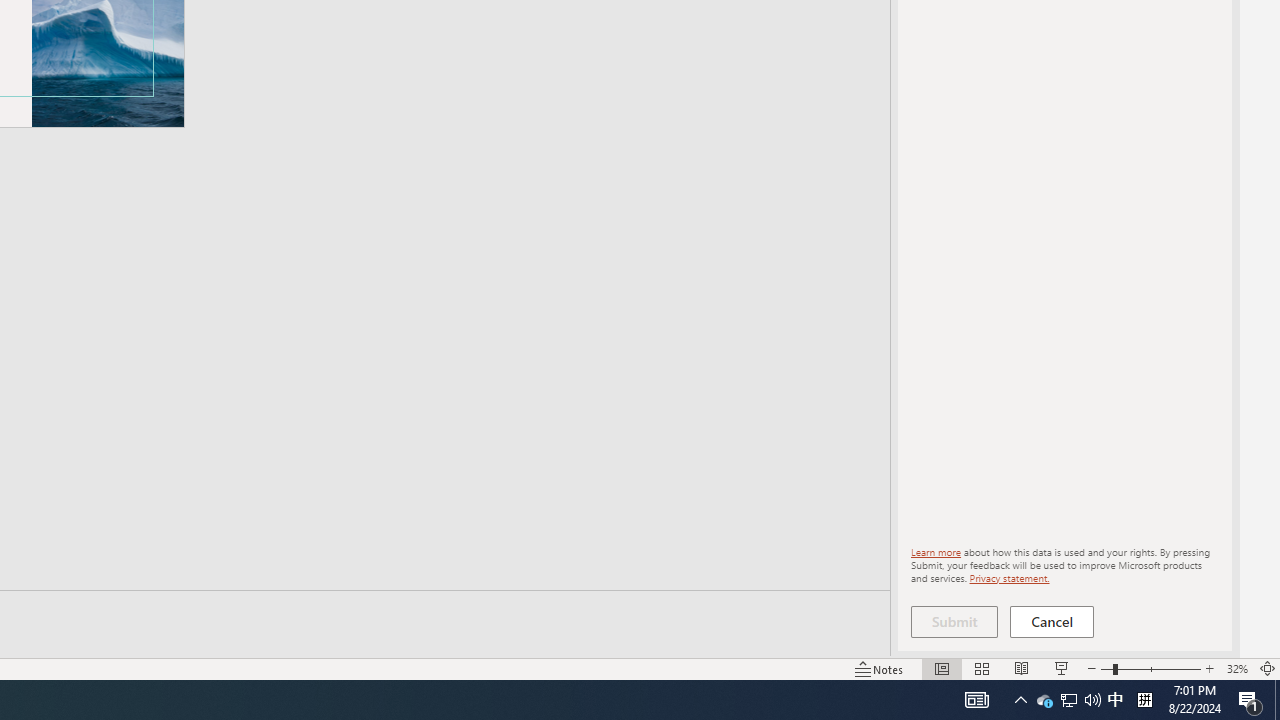 Image resolution: width=1280 pixels, height=720 pixels. I want to click on 'Cancel', so click(1051, 621).